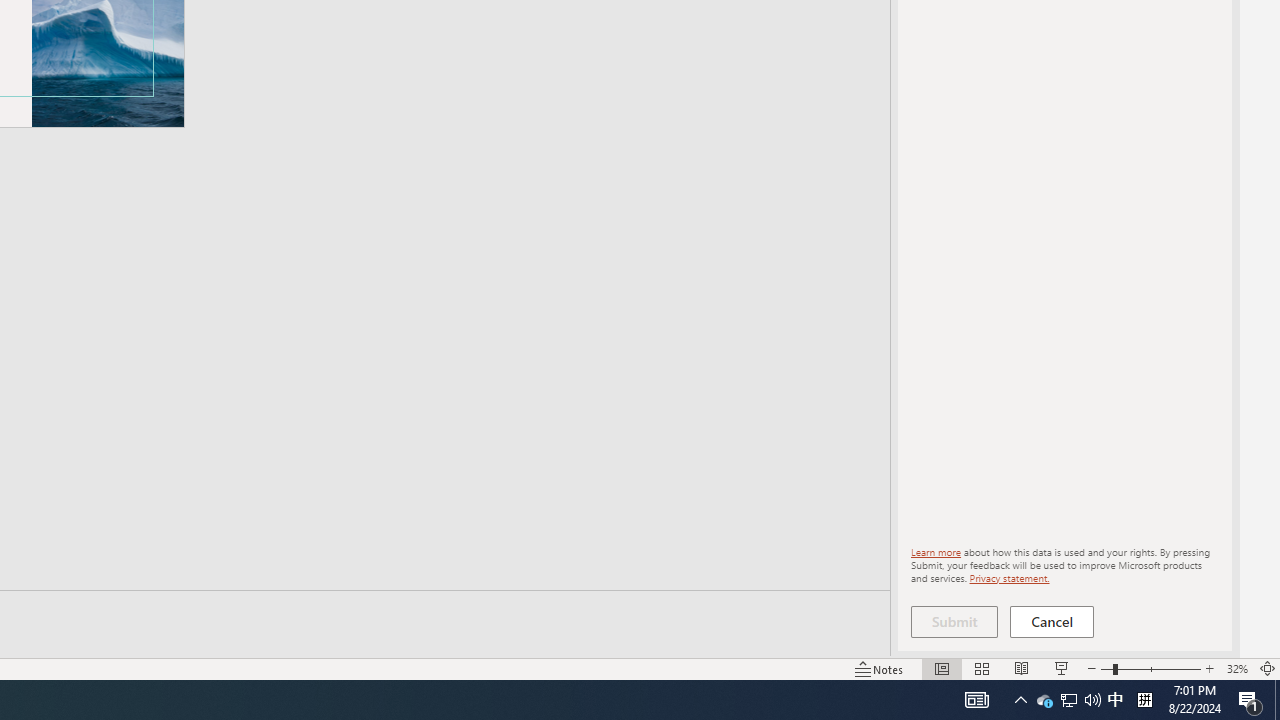 Image resolution: width=1280 pixels, height=720 pixels. I want to click on 'Cancel', so click(1051, 621).